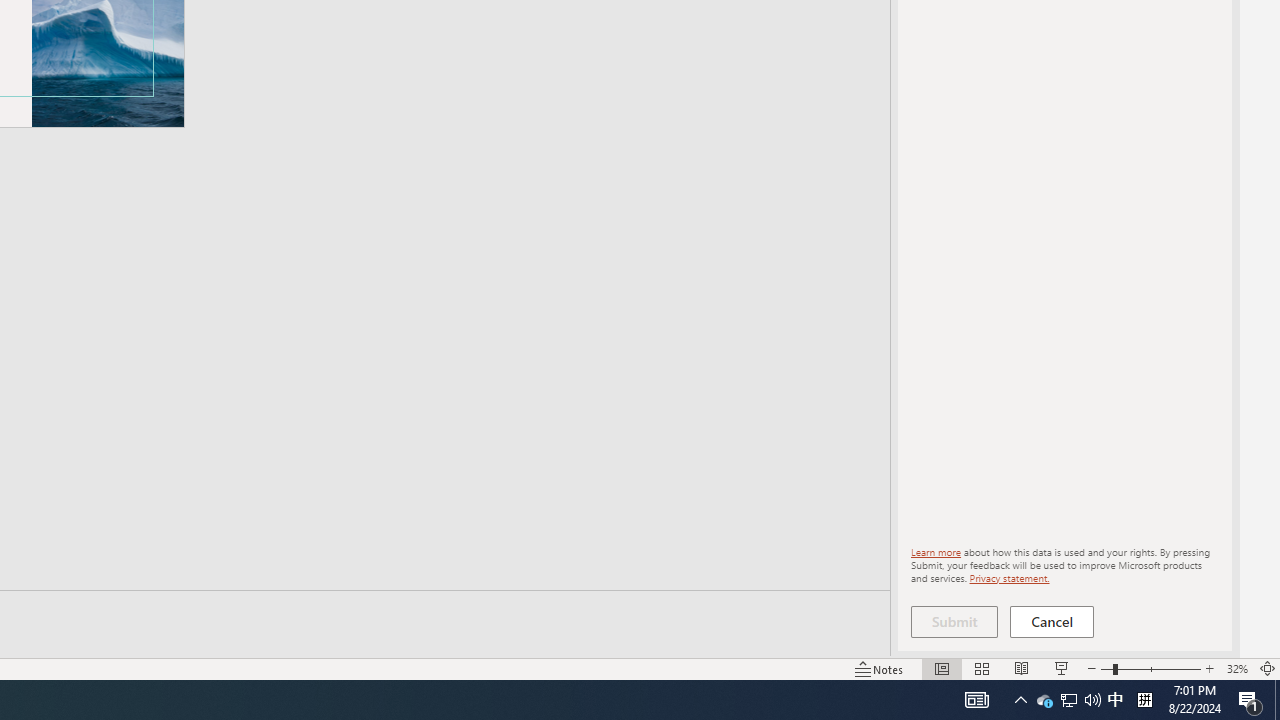 Image resolution: width=1280 pixels, height=720 pixels. I want to click on 'Cancel', so click(1051, 621).